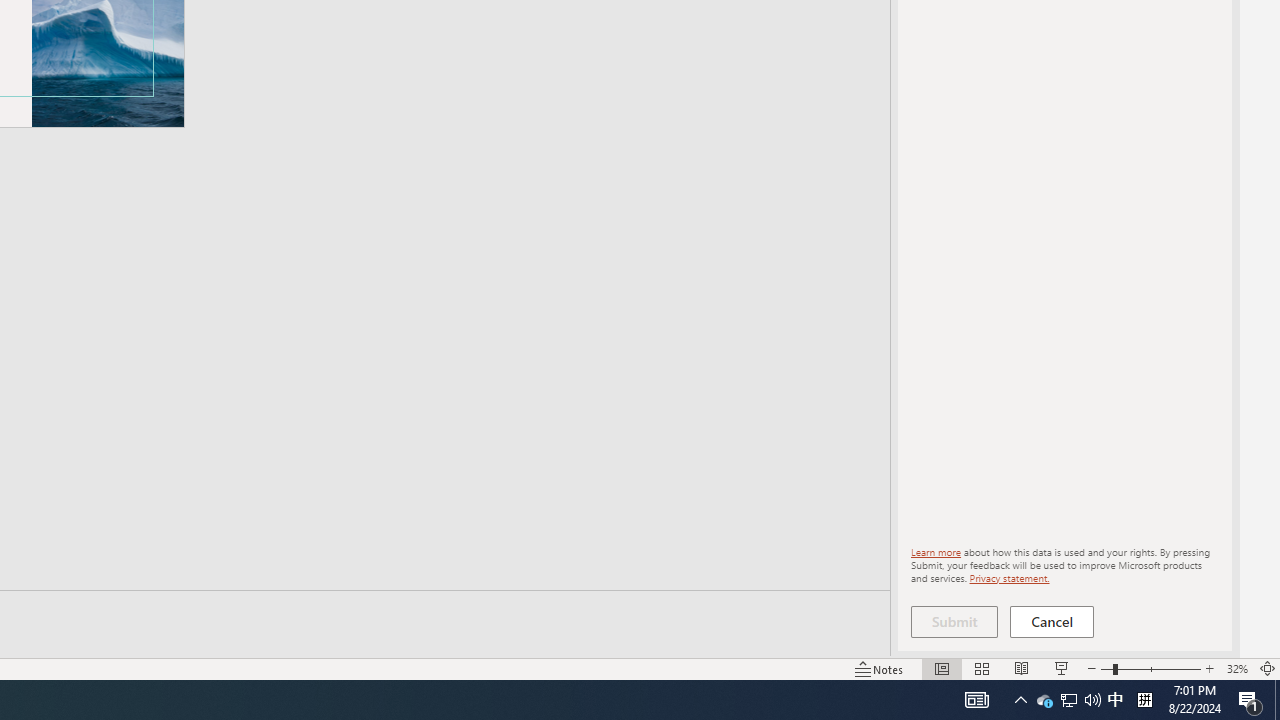 Image resolution: width=1280 pixels, height=720 pixels. I want to click on 'Cancel', so click(1051, 621).